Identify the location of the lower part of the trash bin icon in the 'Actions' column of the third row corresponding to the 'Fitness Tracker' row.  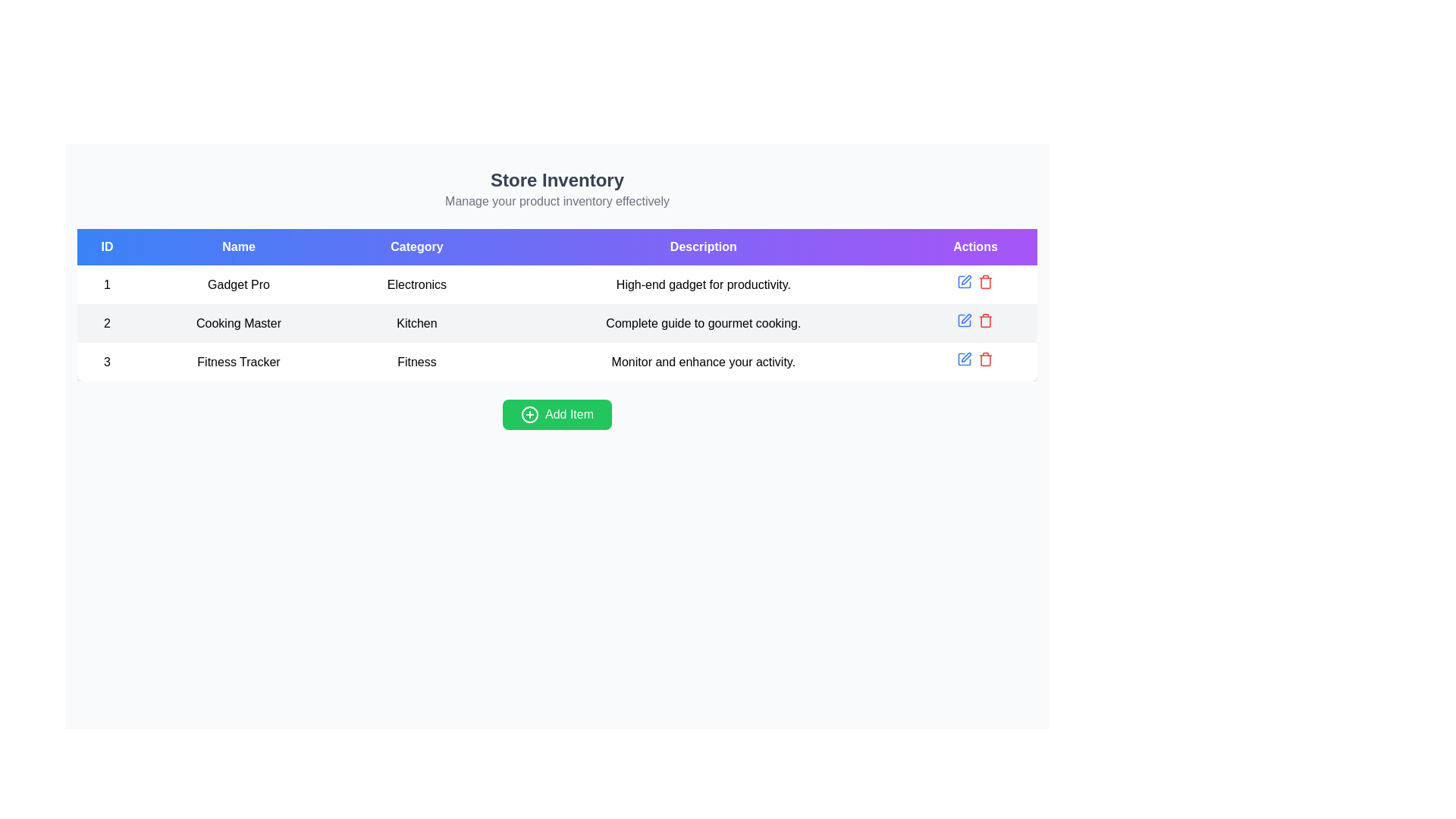
(986, 360).